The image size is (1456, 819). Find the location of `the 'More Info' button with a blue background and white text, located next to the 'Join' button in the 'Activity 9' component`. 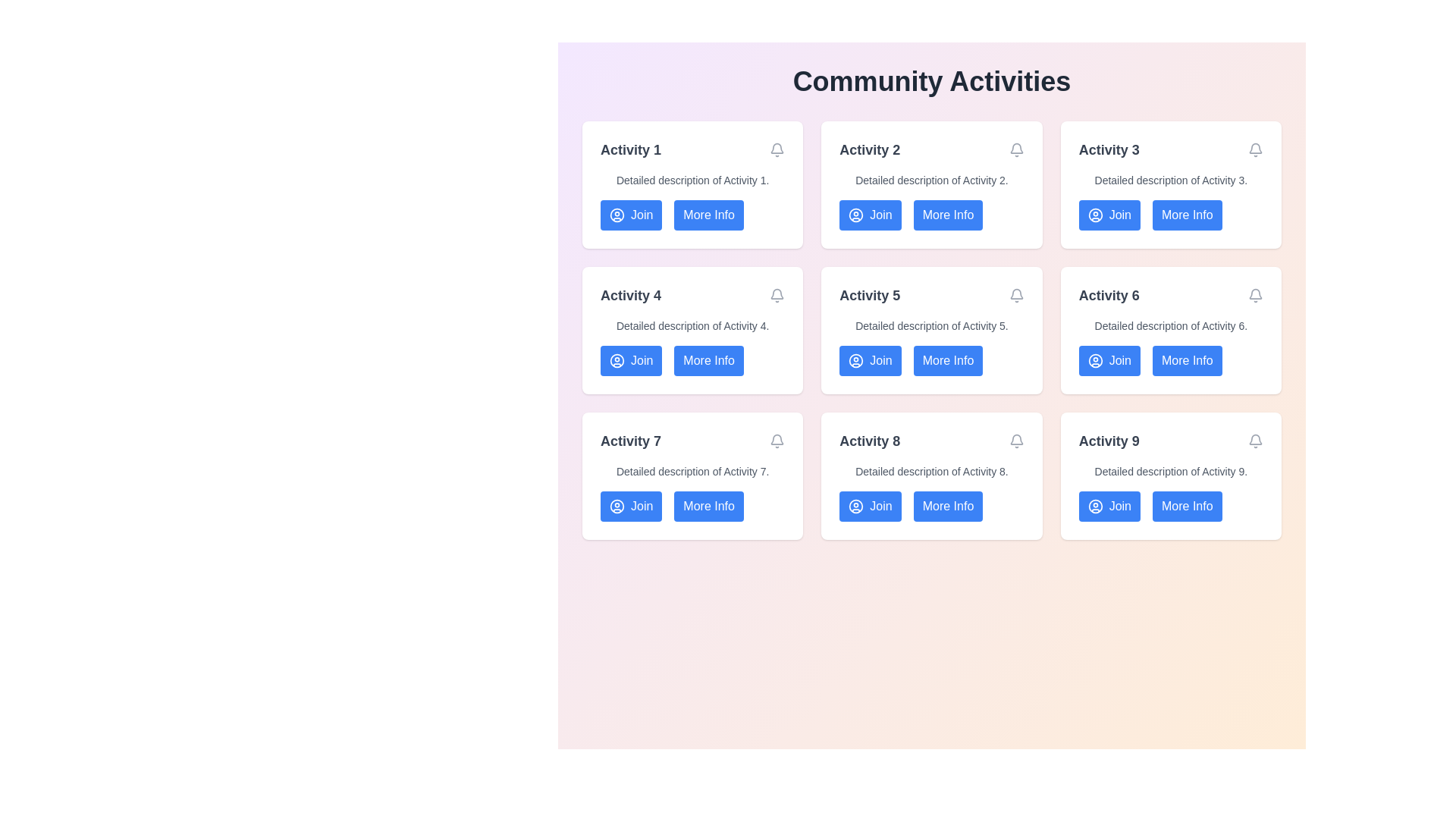

the 'More Info' button with a blue background and white text, located next to the 'Join' button in the 'Activity 9' component is located at coordinates (1170, 506).